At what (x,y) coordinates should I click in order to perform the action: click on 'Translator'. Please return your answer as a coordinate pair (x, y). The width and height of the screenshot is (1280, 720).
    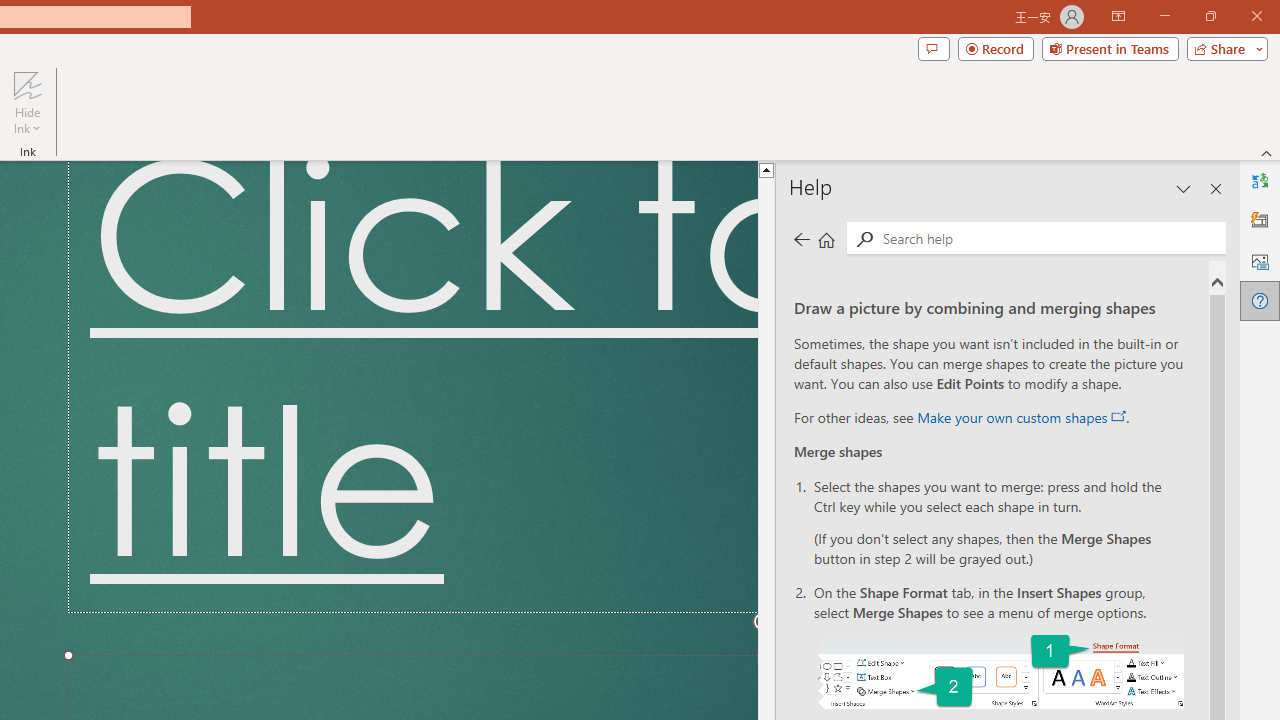
    Looking at the image, I should click on (1259, 181).